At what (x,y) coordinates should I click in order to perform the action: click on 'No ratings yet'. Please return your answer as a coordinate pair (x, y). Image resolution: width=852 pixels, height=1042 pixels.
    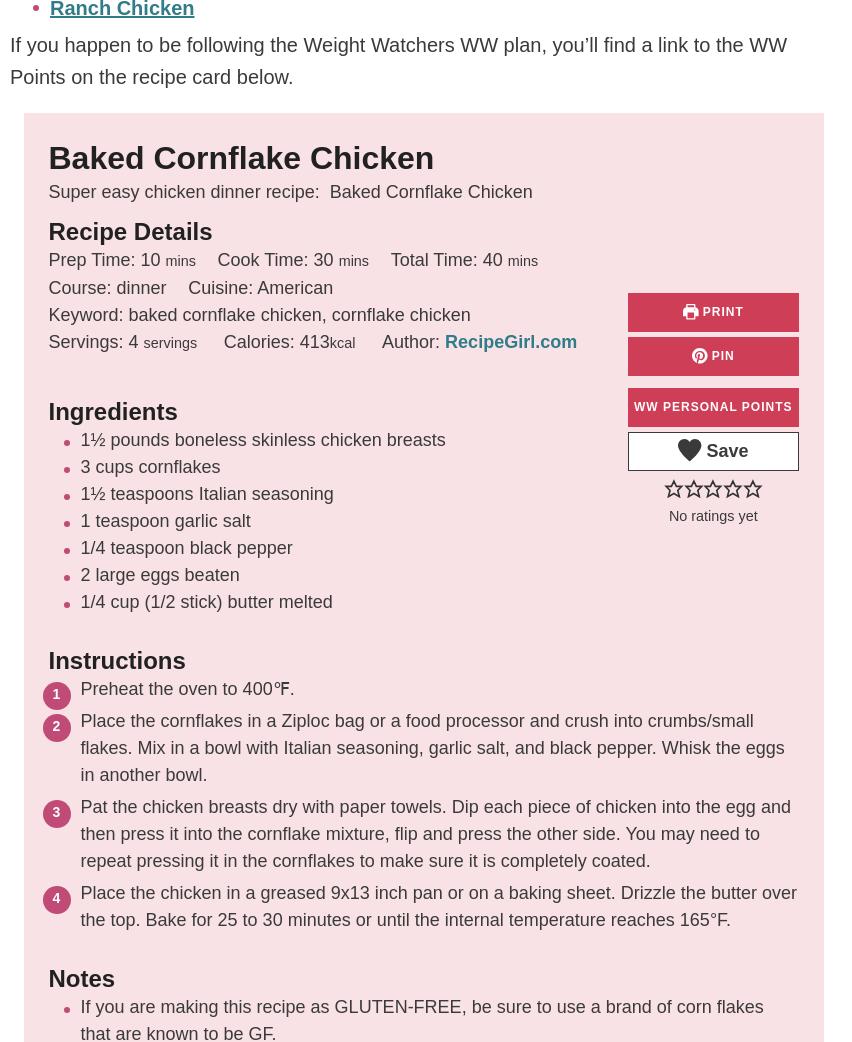
    Looking at the image, I should click on (711, 514).